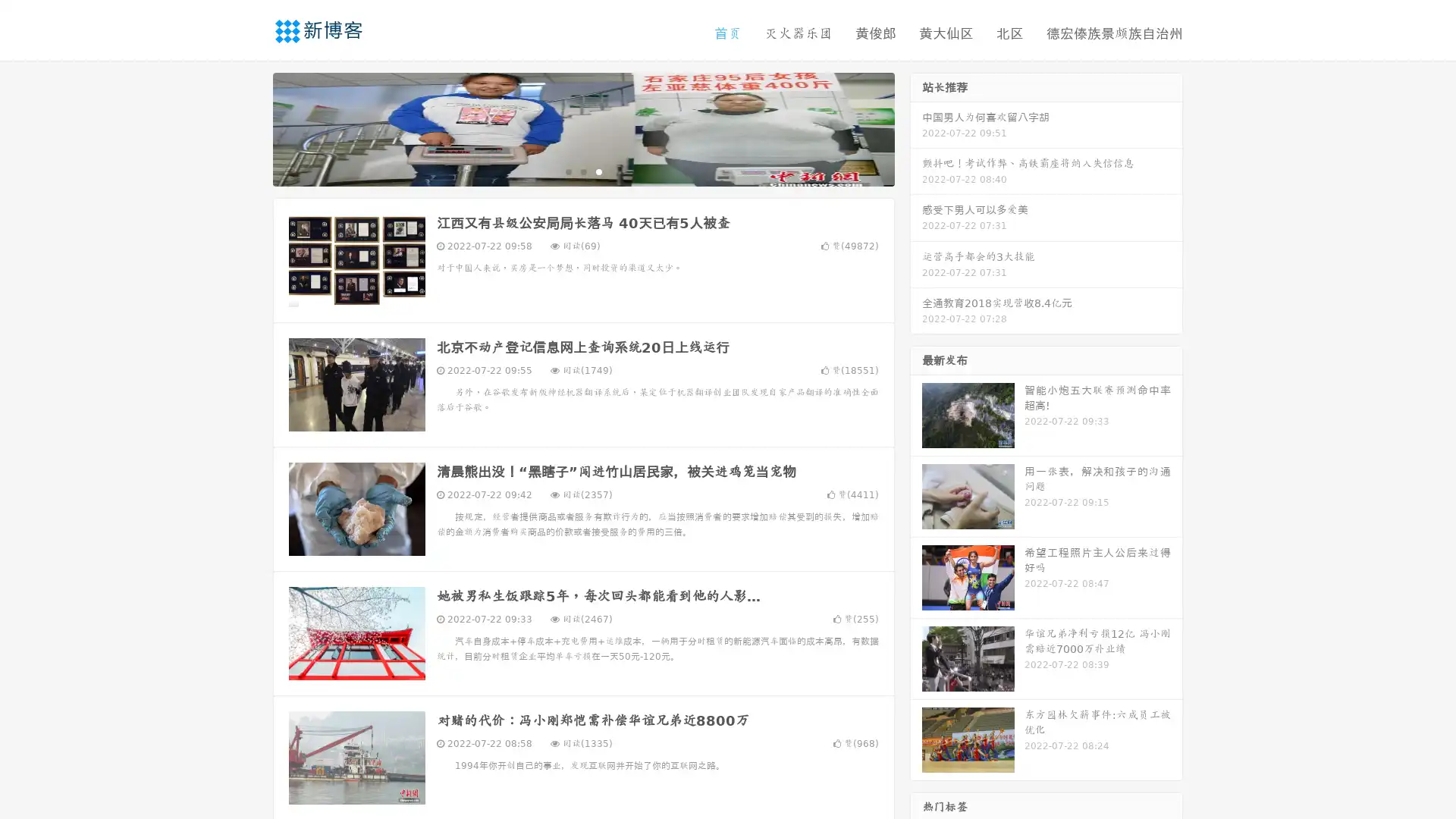 This screenshot has width=1456, height=819. What do you see at coordinates (567, 171) in the screenshot?
I see `Go to slide 1` at bounding box center [567, 171].